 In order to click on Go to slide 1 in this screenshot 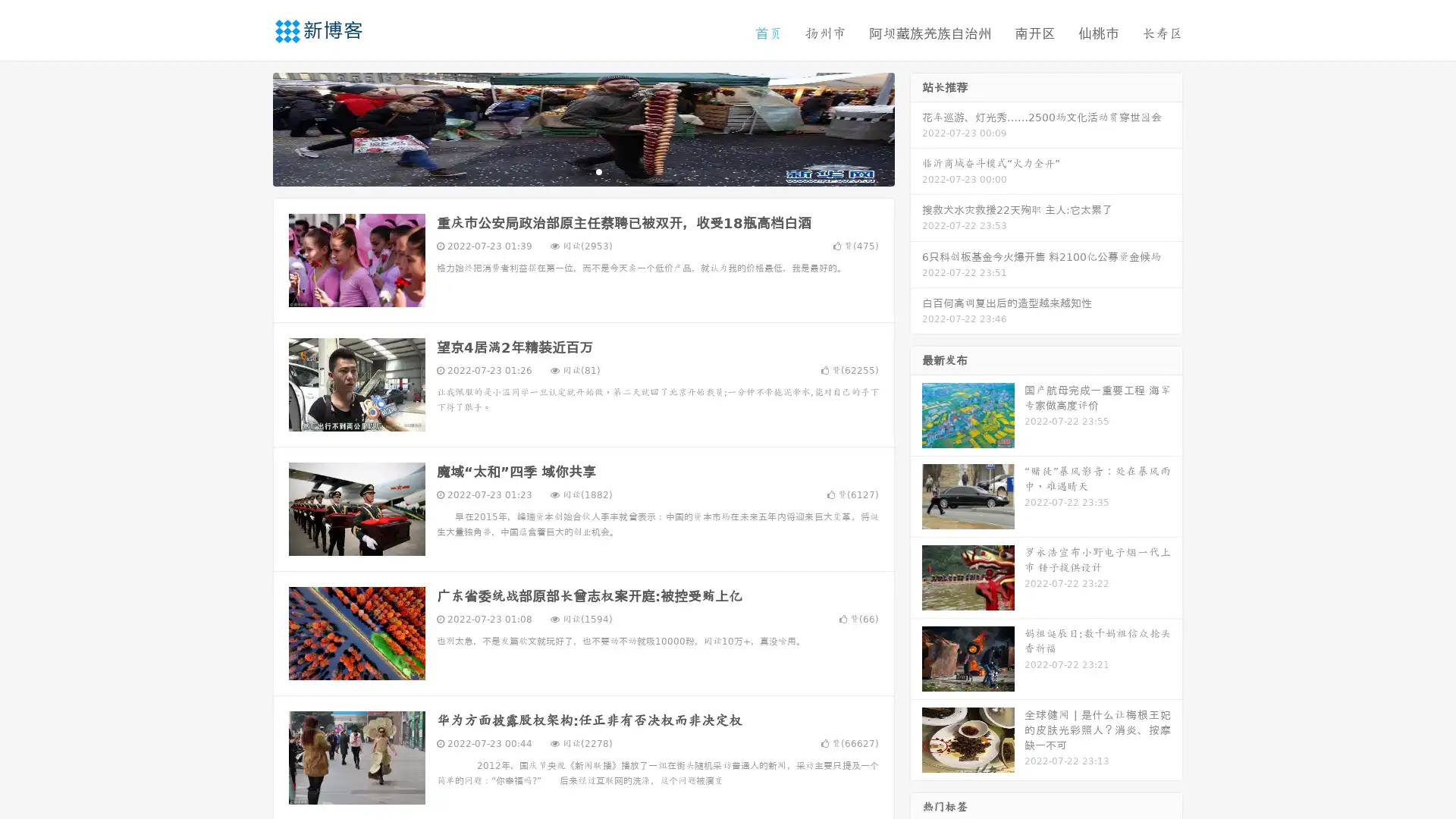, I will do `click(567, 171)`.